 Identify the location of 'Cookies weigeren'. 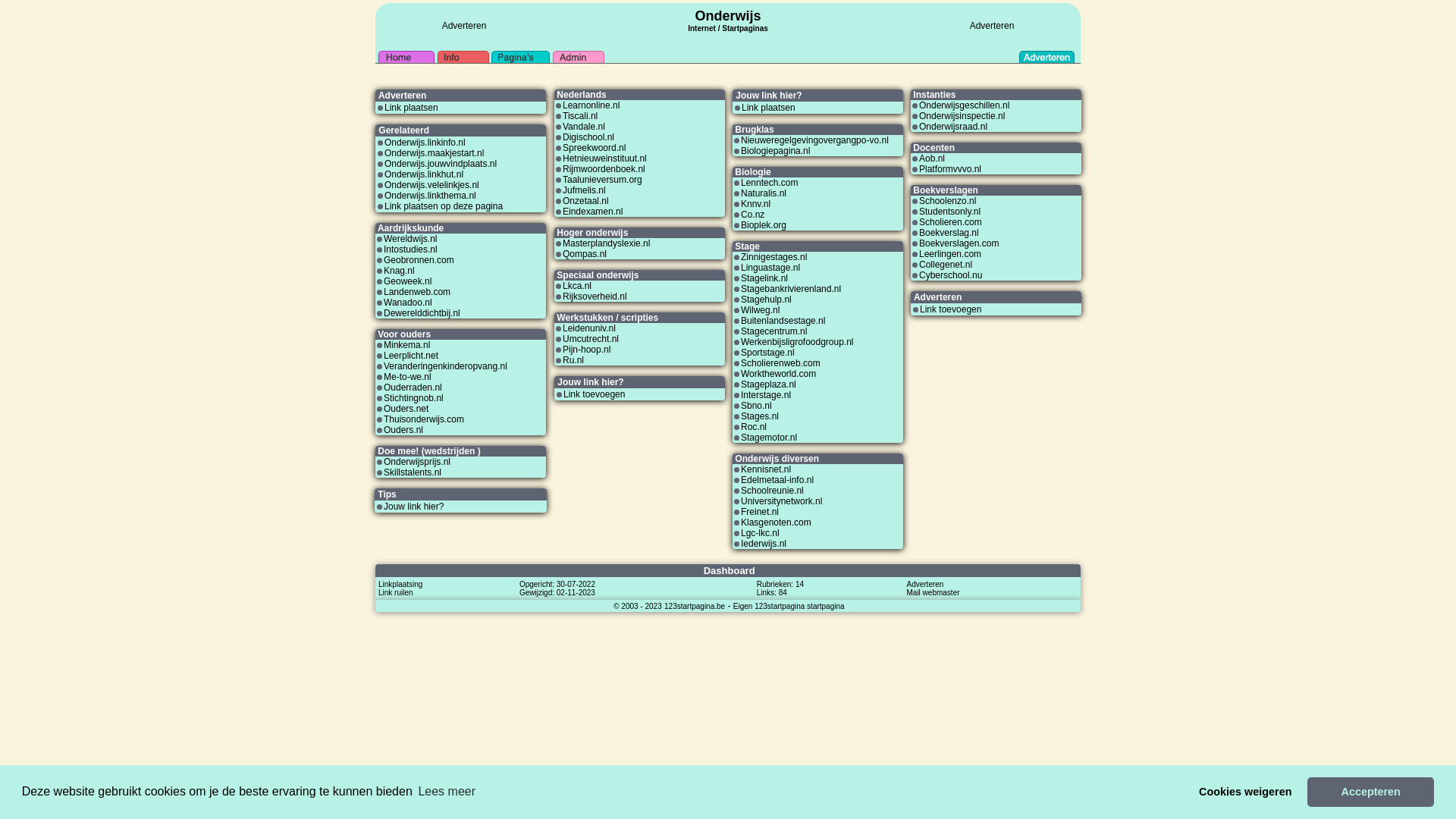
(1188, 791).